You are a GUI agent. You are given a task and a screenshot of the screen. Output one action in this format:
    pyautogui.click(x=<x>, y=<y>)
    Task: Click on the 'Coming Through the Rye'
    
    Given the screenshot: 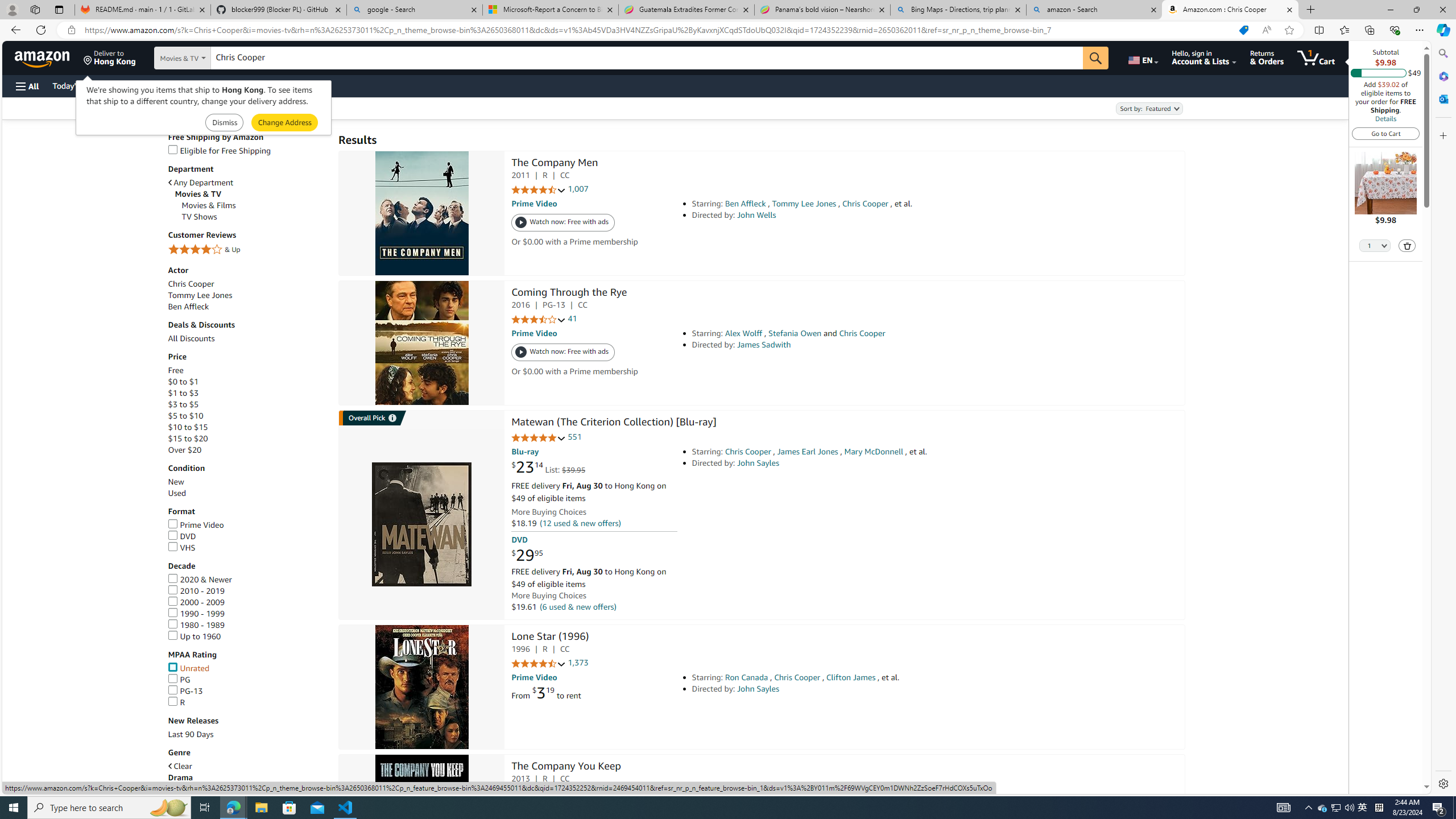 What is the action you would take?
    pyautogui.click(x=568, y=293)
    